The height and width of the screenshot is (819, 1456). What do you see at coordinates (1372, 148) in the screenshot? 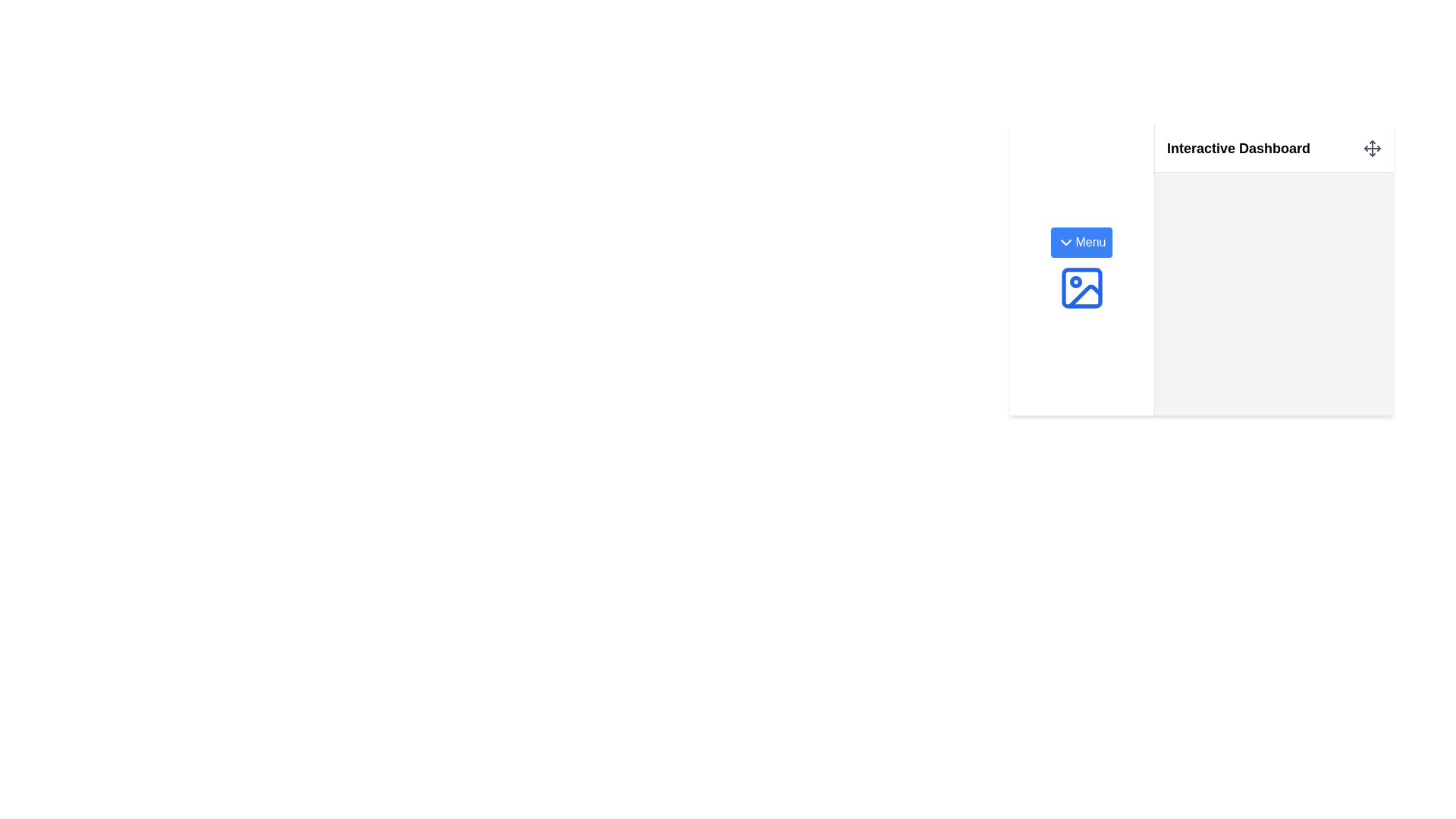
I see `the repositioning icon located near the top-right corner of the 'Interactive Dashboard' header, next to the title text` at bounding box center [1372, 148].